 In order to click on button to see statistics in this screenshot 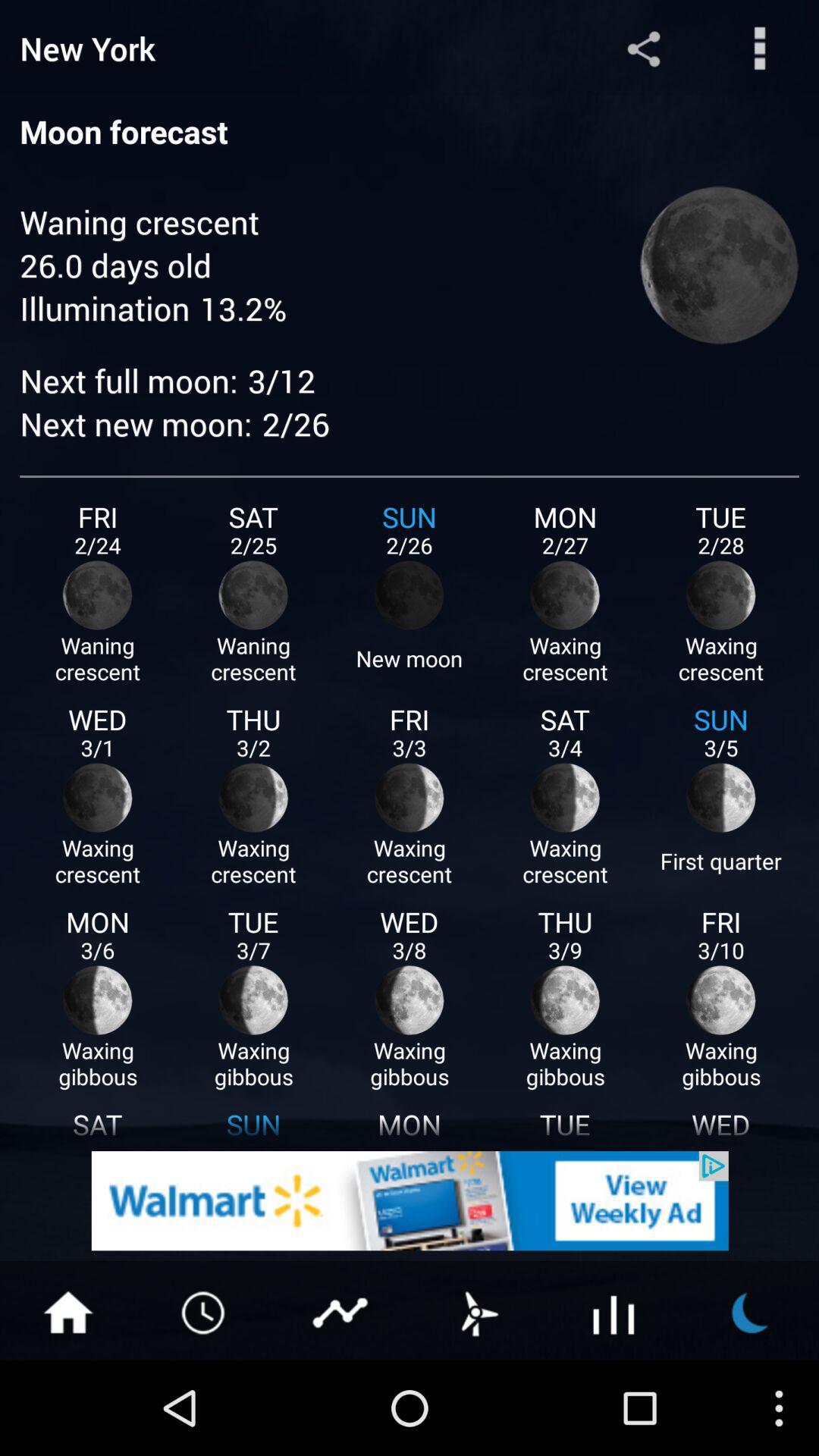, I will do `click(614, 1310)`.